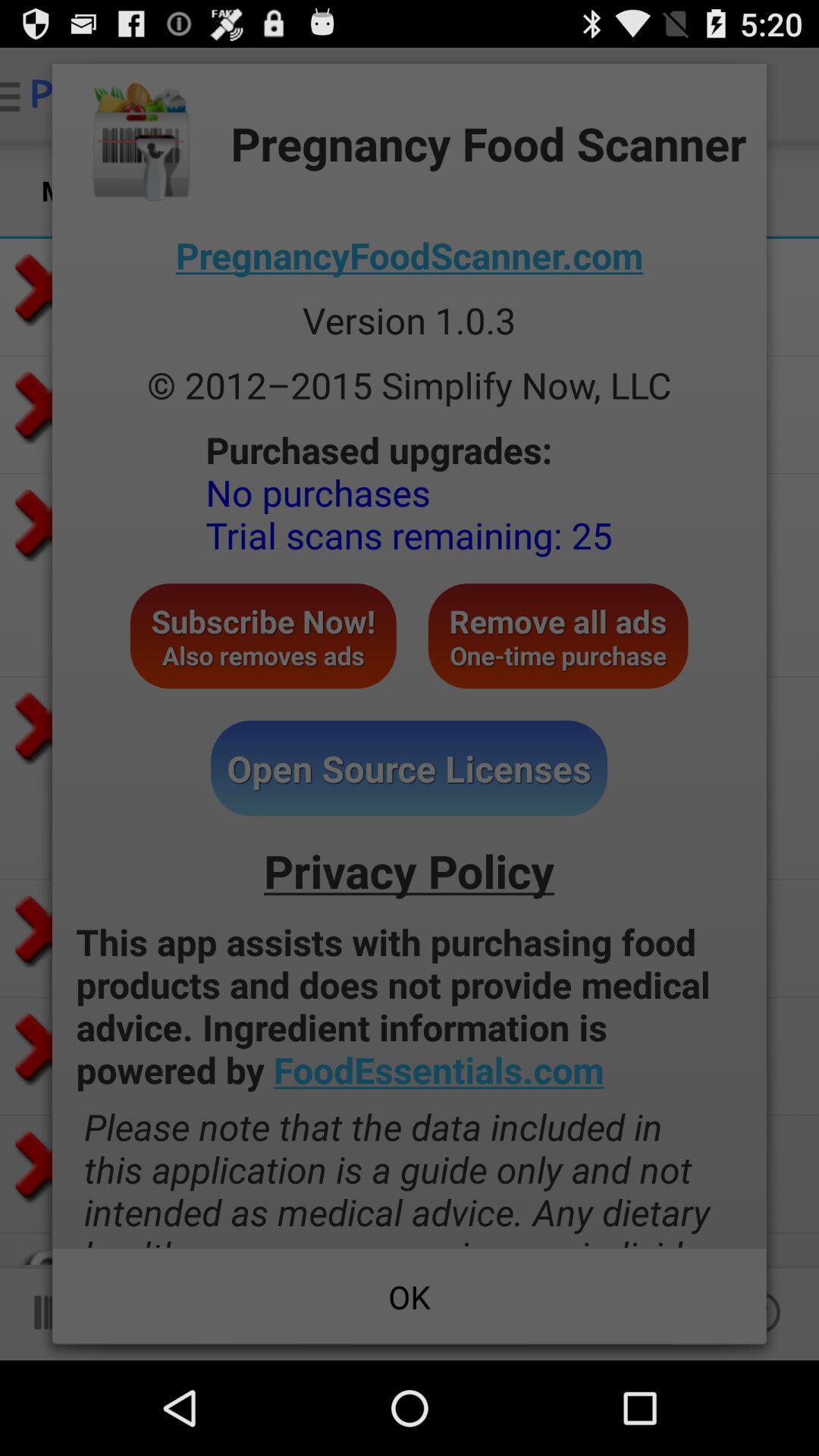 The image size is (819, 1456). I want to click on icon above the open source licenses item, so click(558, 635).